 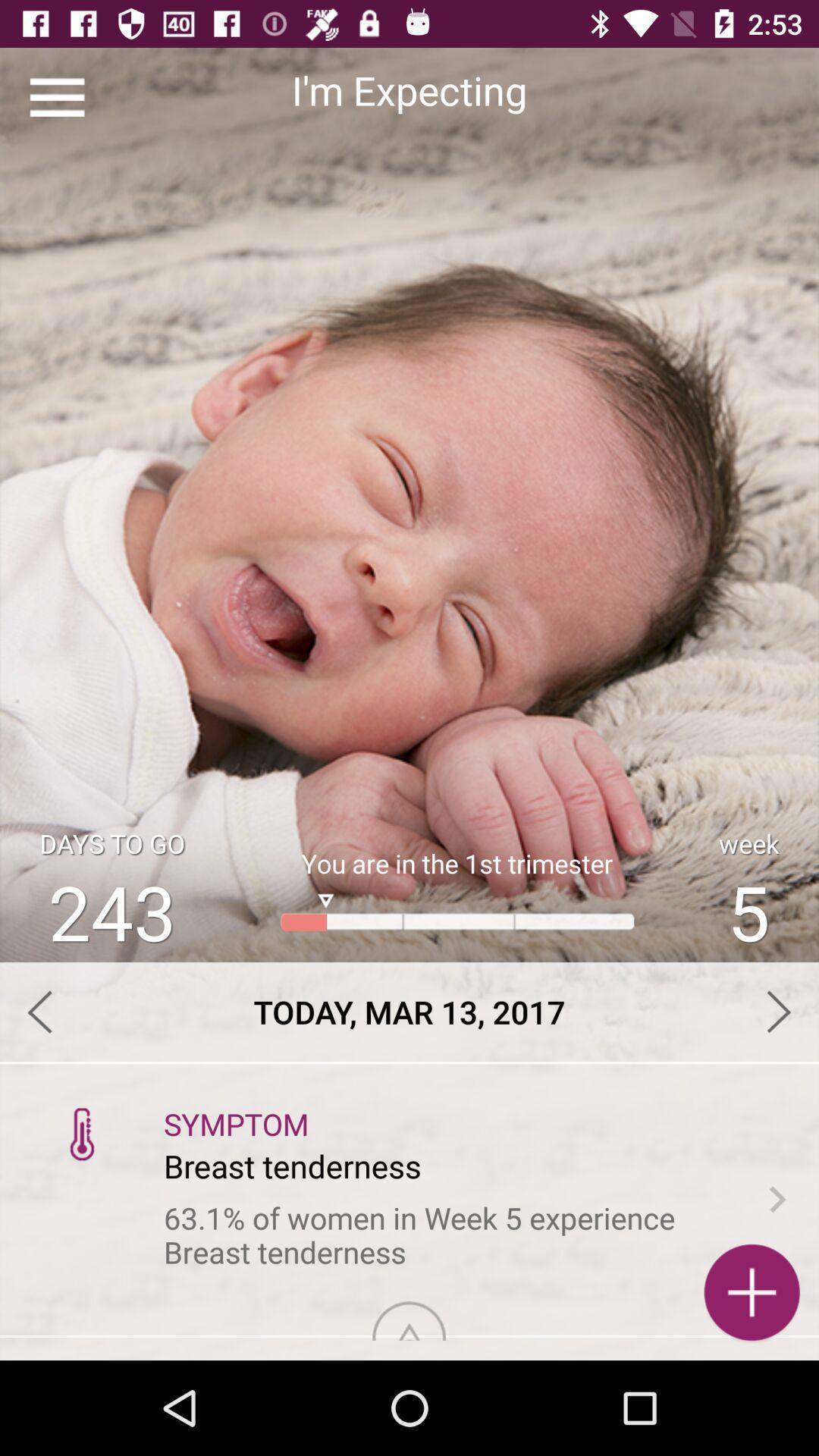 I want to click on the 63 1 of, so click(x=449, y=1235).